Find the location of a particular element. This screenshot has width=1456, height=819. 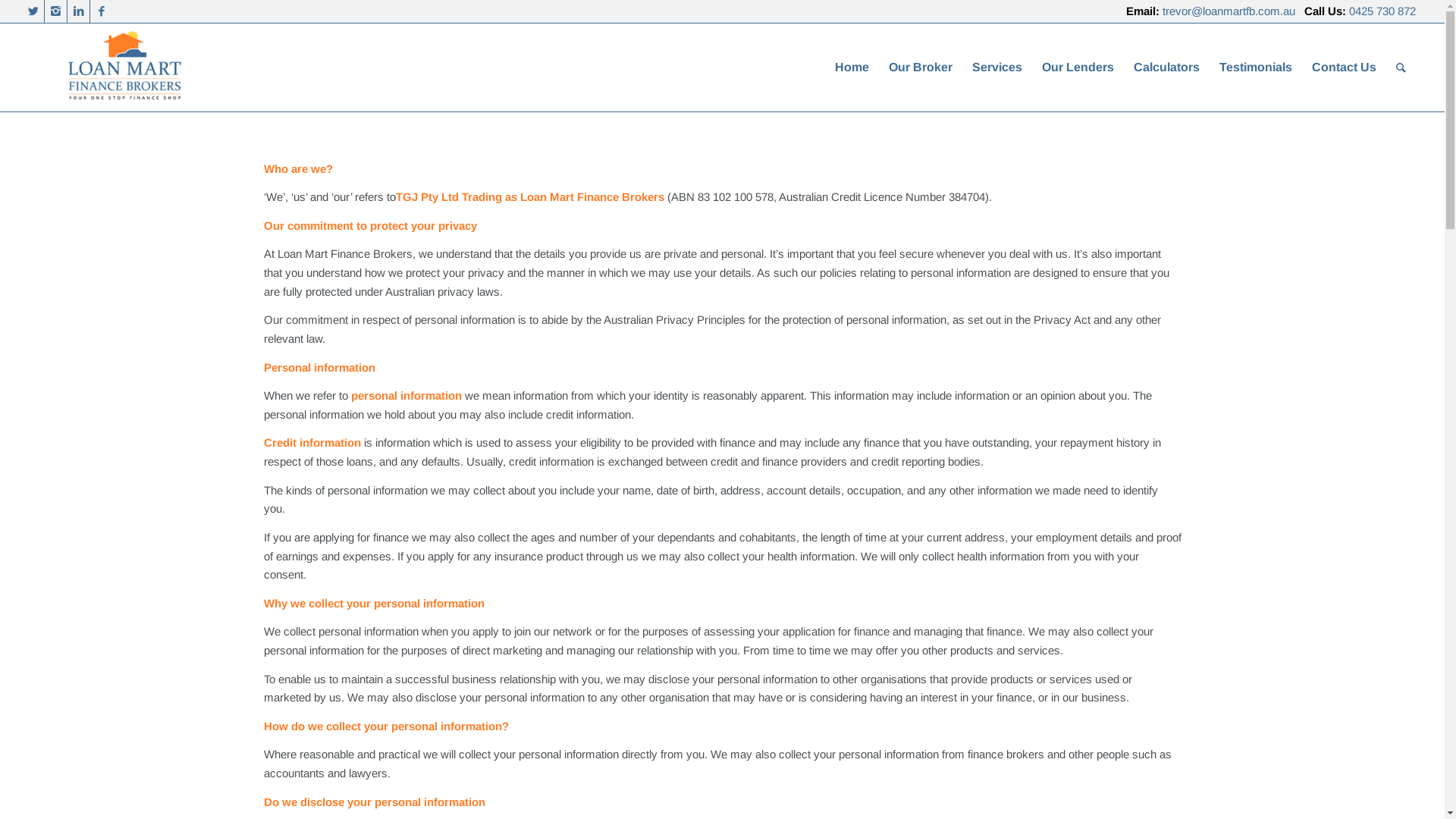

'Facebook' is located at coordinates (101, 11).